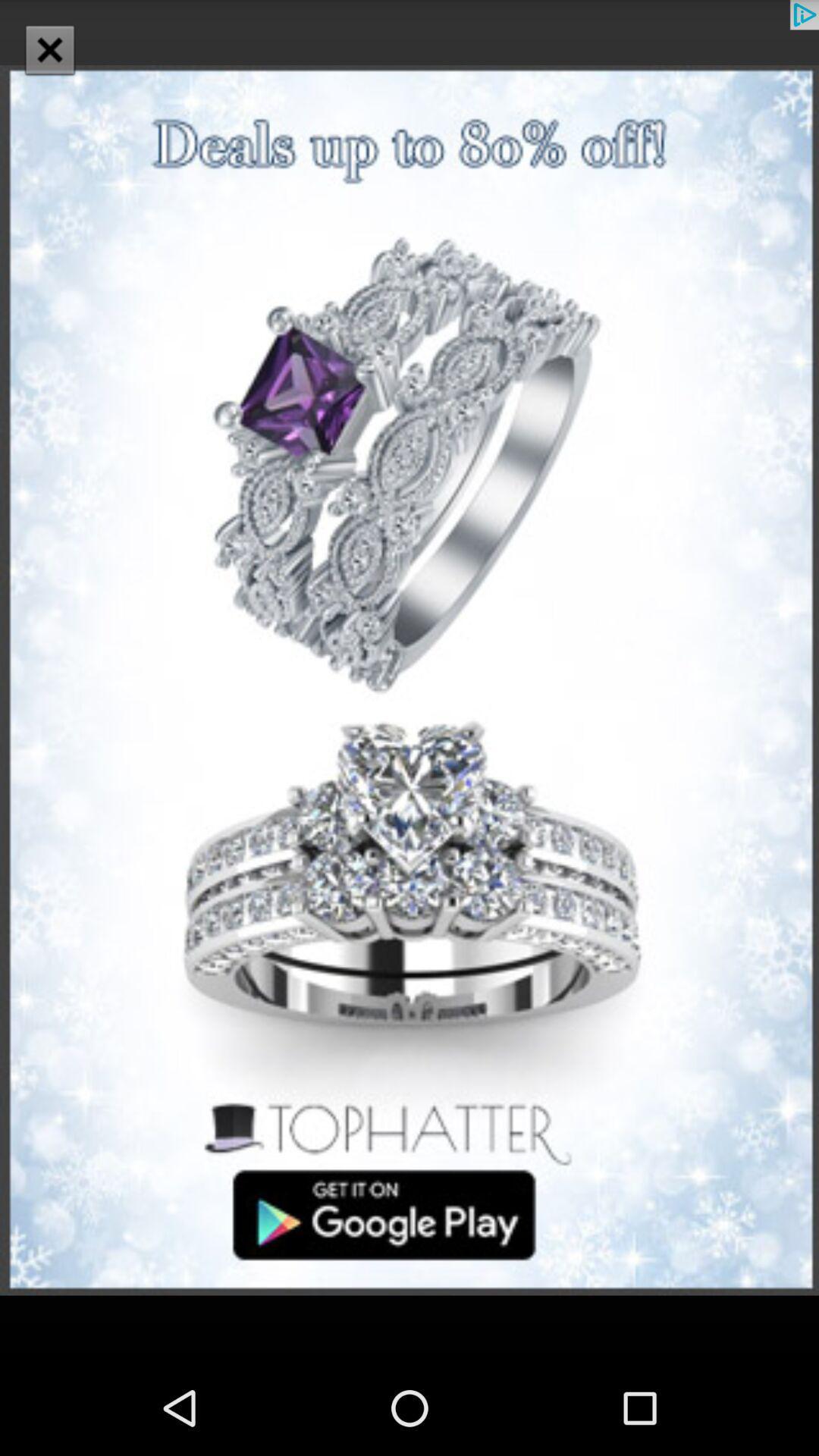 The height and width of the screenshot is (1456, 819). What do you see at coordinates (49, 53) in the screenshot?
I see `the close icon` at bounding box center [49, 53].